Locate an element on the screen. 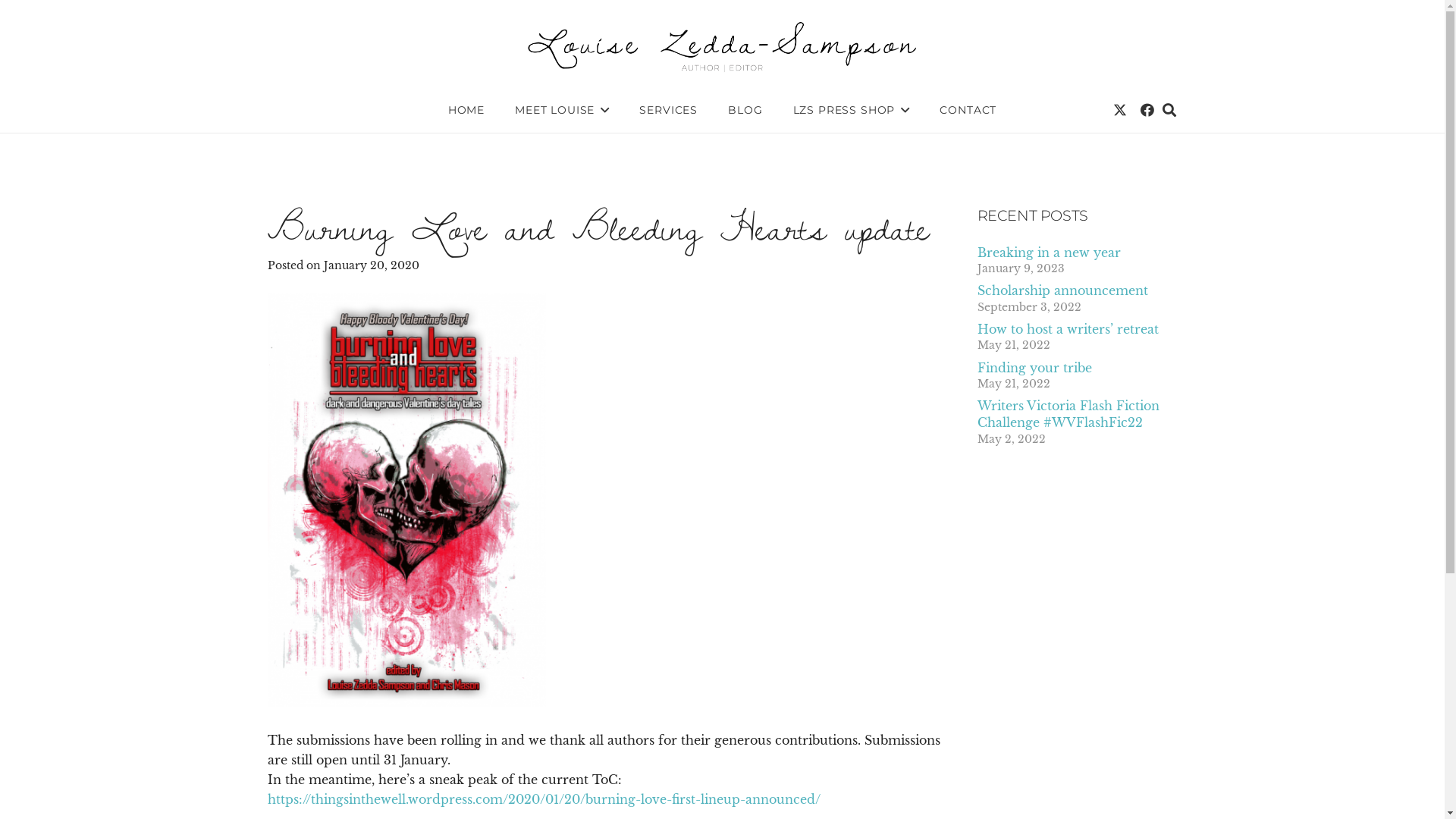  'Twitter' is located at coordinates (1120, 109).